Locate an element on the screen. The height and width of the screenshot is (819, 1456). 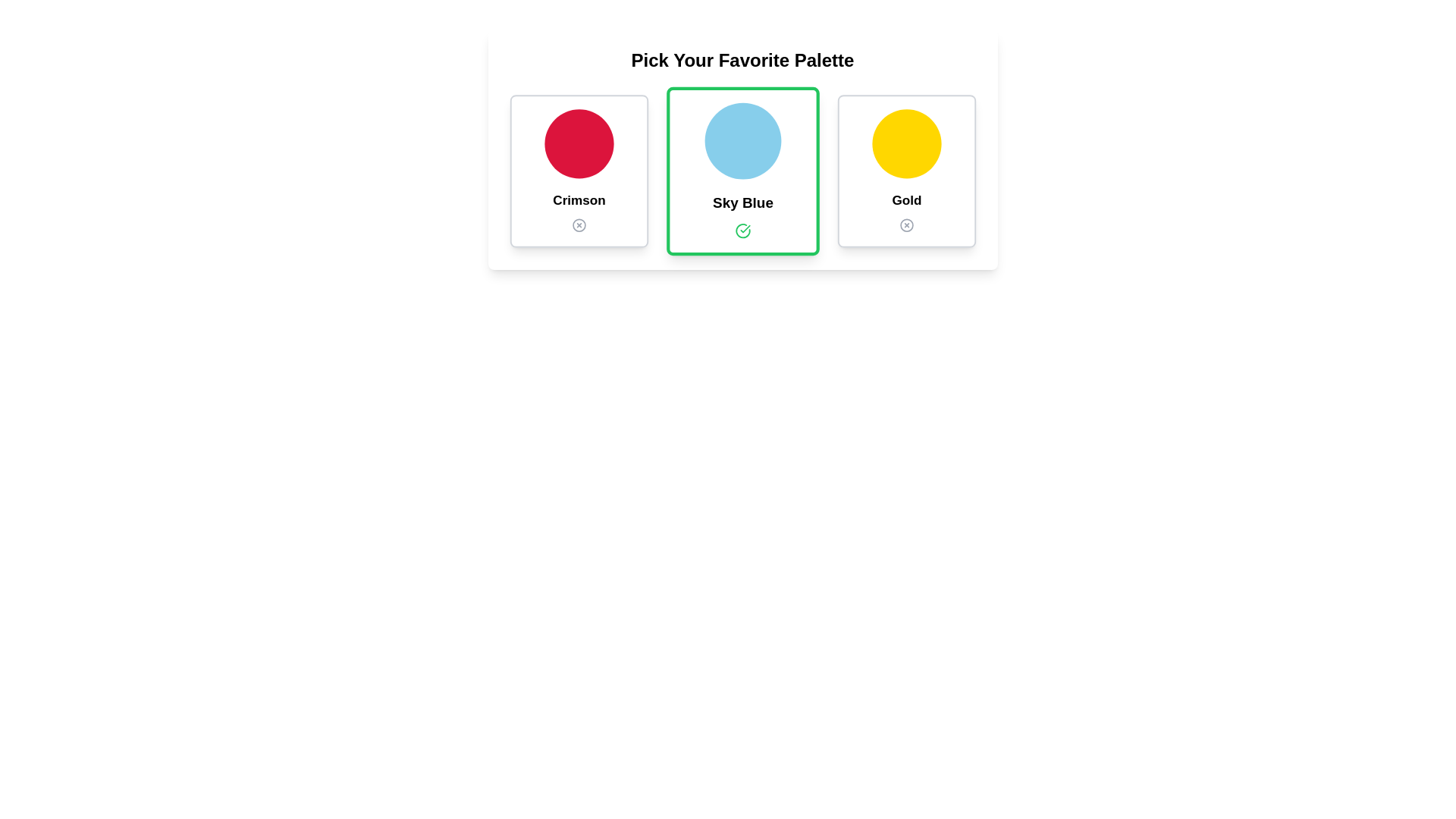
the palette Gold is located at coordinates (906, 171).